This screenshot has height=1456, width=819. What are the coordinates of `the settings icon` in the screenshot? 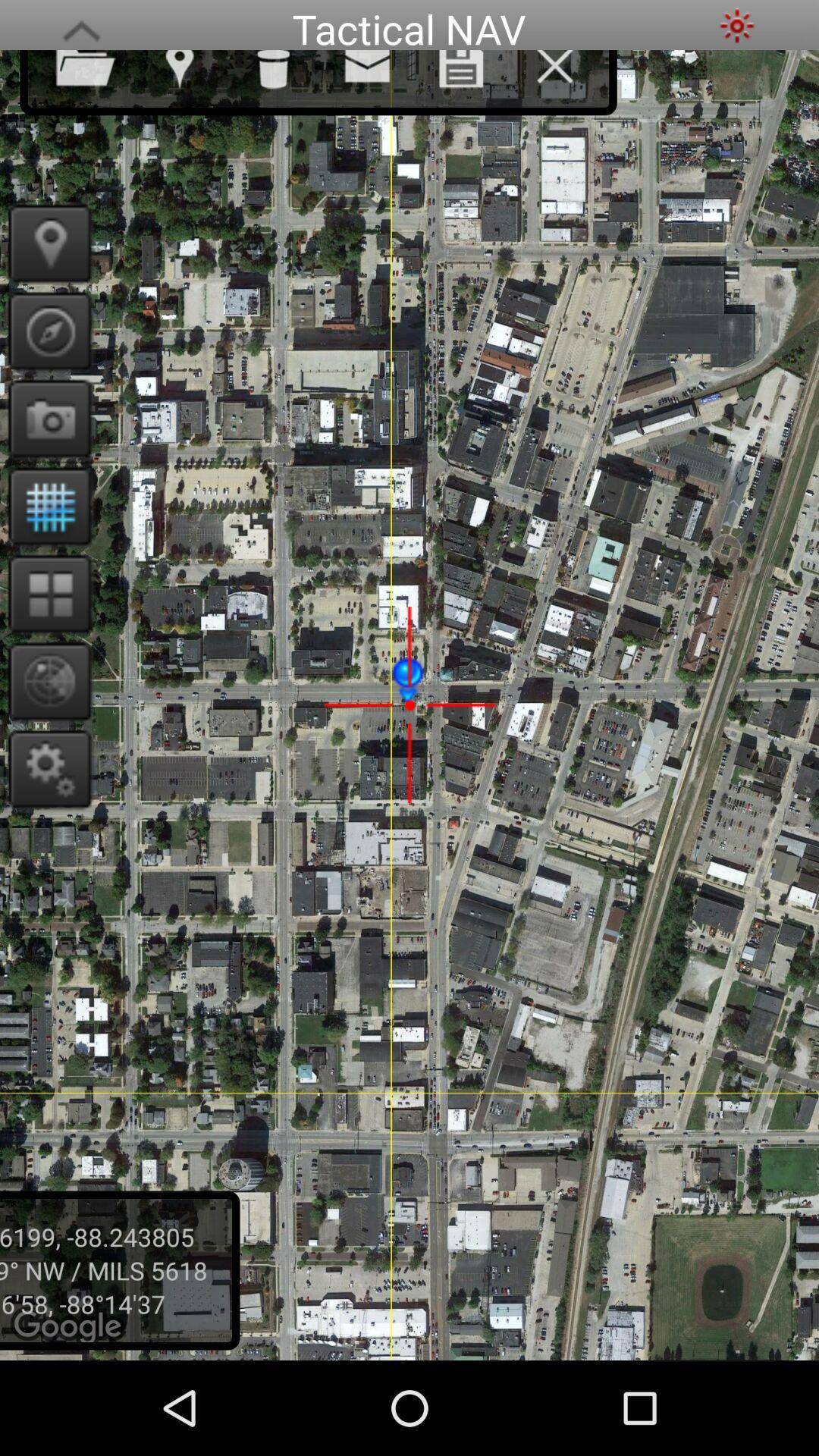 It's located at (736, 27).